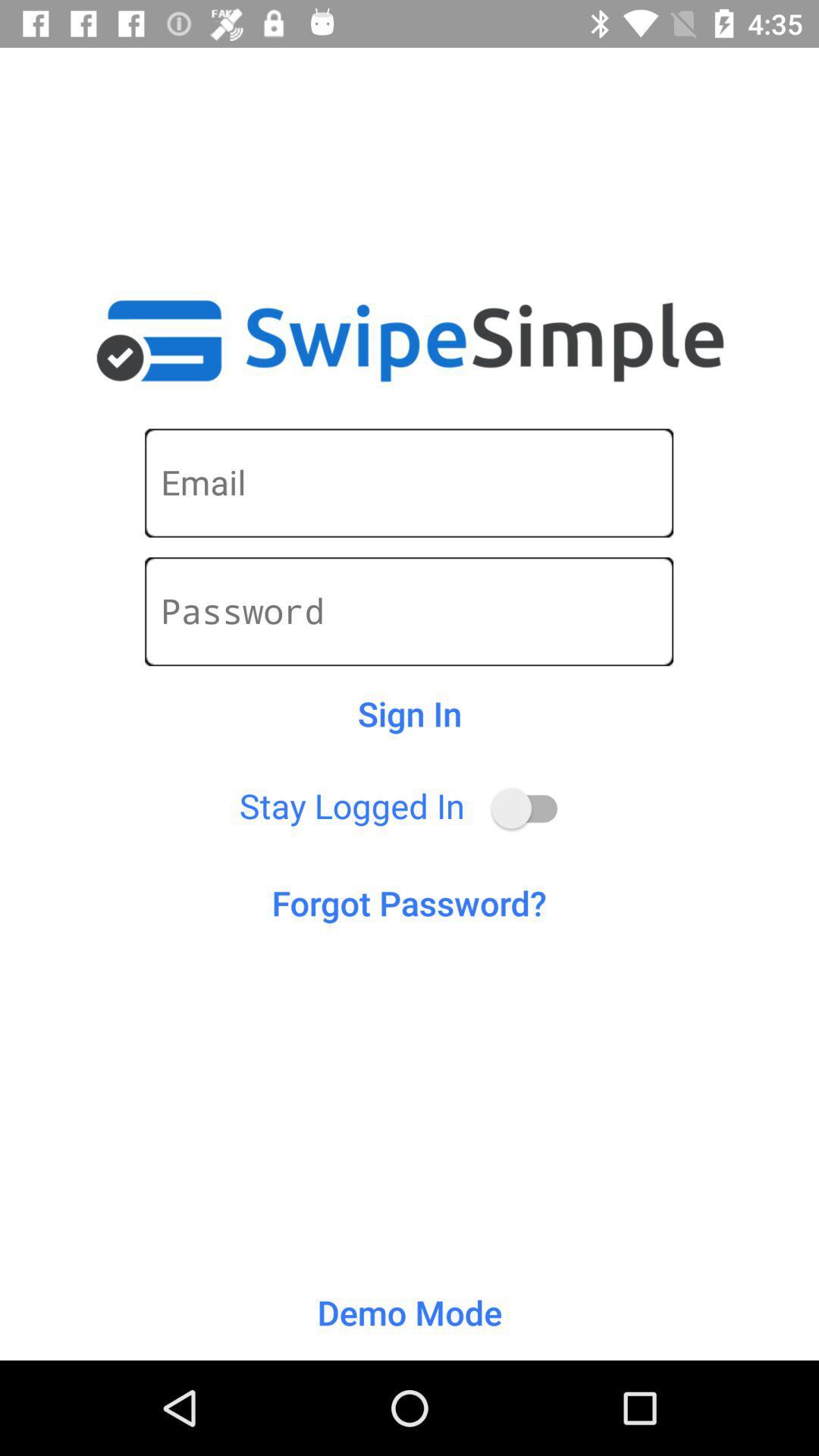  What do you see at coordinates (408, 902) in the screenshot?
I see `icon above the demo mode` at bounding box center [408, 902].